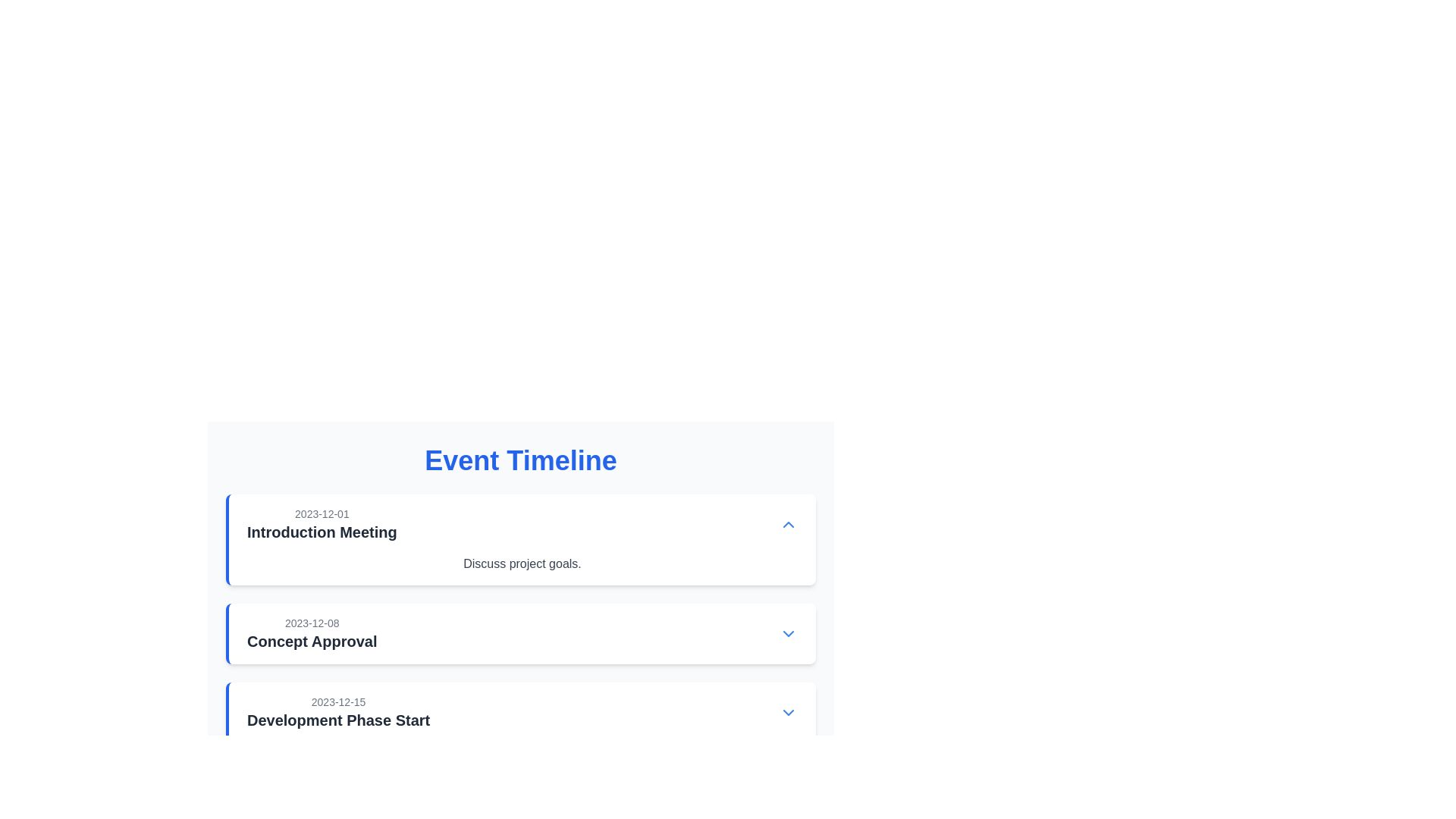 The width and height of the screenshot is (1456, 819). I want to click on the bold text label displaying 'Development Phase Start', located below the date '2023-12-15' in the third event card of the timeline, so click(337, 719).